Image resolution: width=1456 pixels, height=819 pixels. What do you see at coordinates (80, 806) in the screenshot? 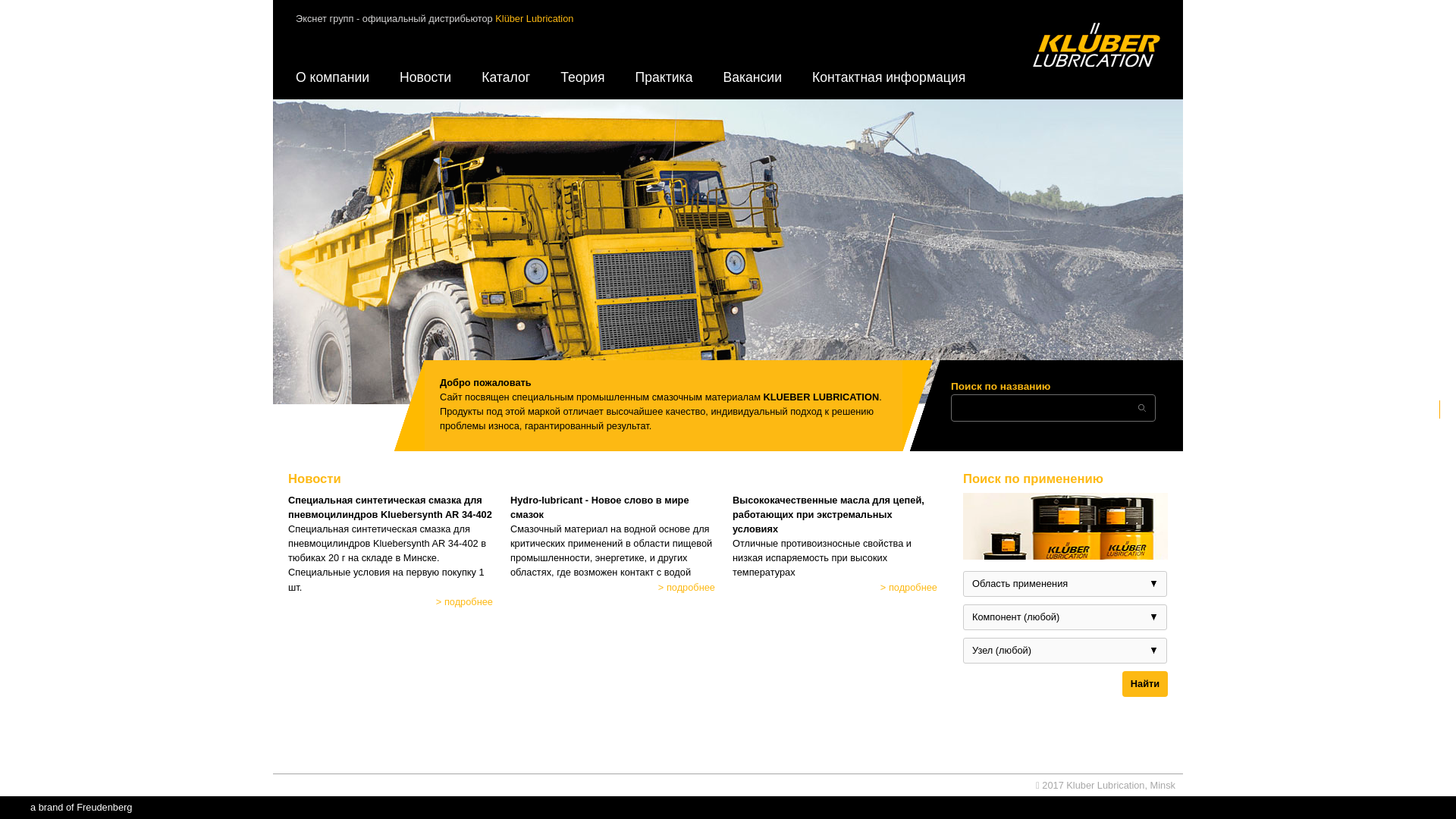
I see `'a brand of Freudenberg'` at bounding box center [80, 806].